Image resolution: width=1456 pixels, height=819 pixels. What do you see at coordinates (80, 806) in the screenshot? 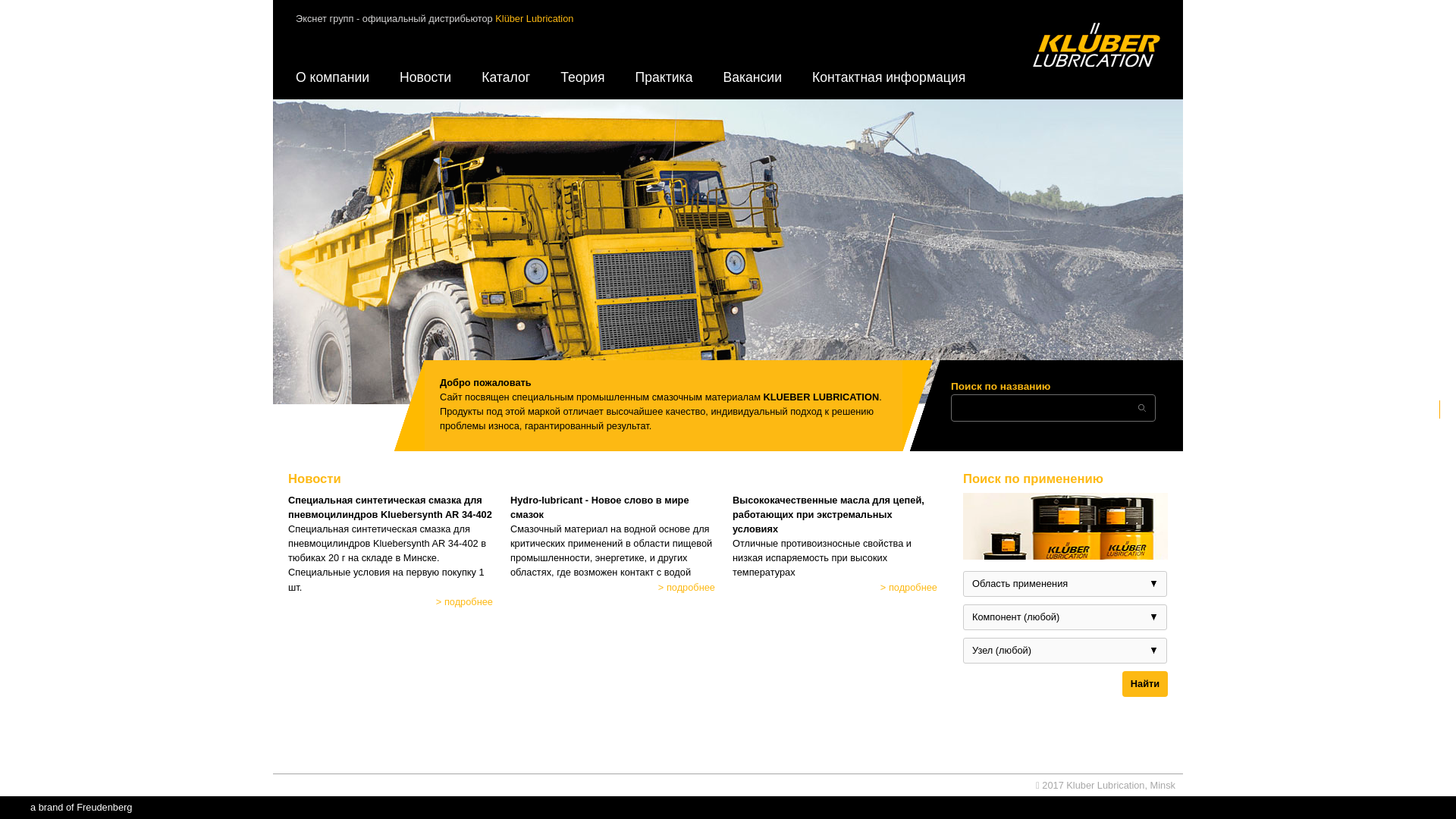
I see `'a brand of Freudenberg'` at bounding box center [80, 806].